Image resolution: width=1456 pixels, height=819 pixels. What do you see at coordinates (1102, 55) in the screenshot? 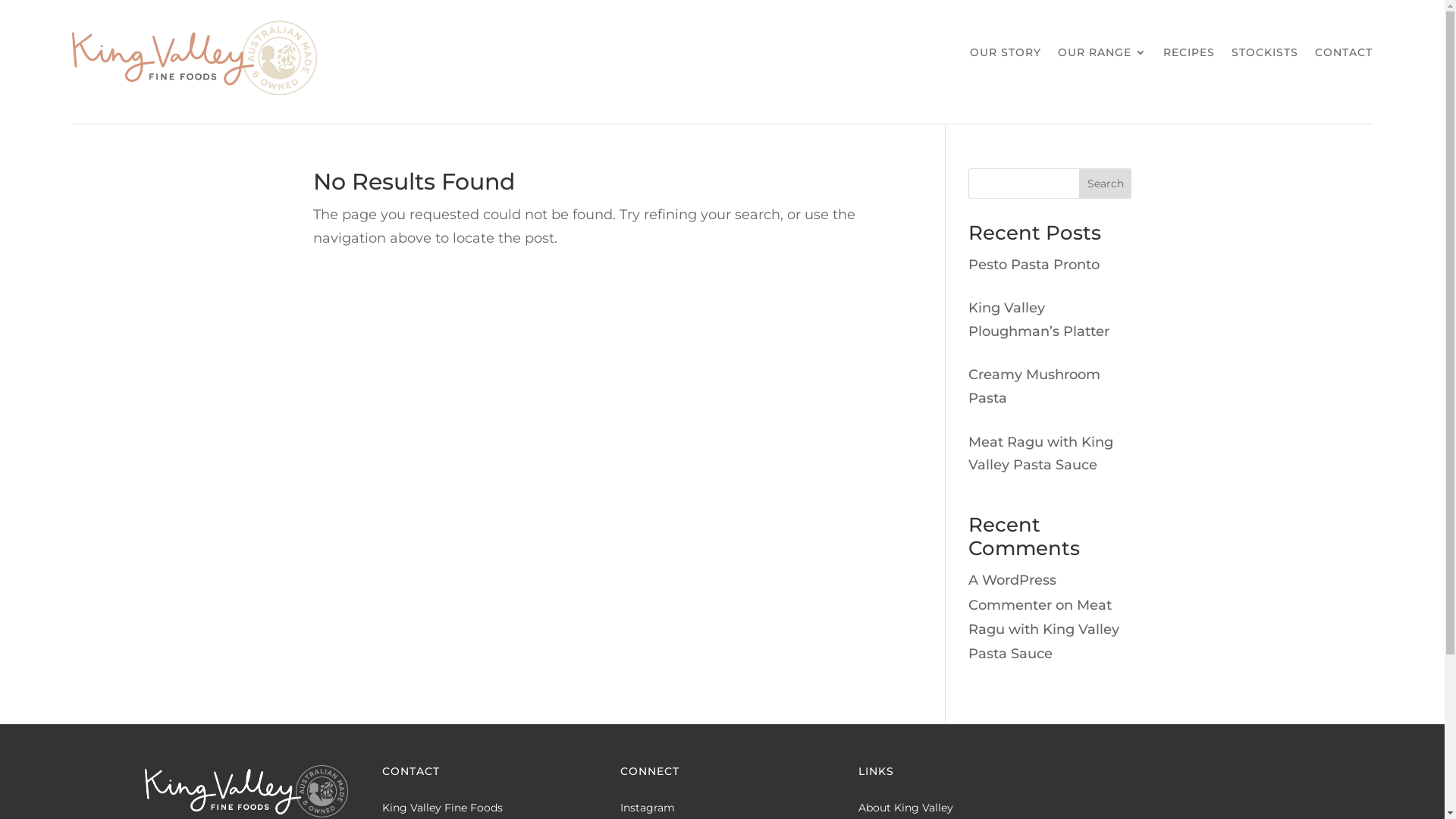
I see `'OUR RANGE'` at bounding box center [1102, 55].